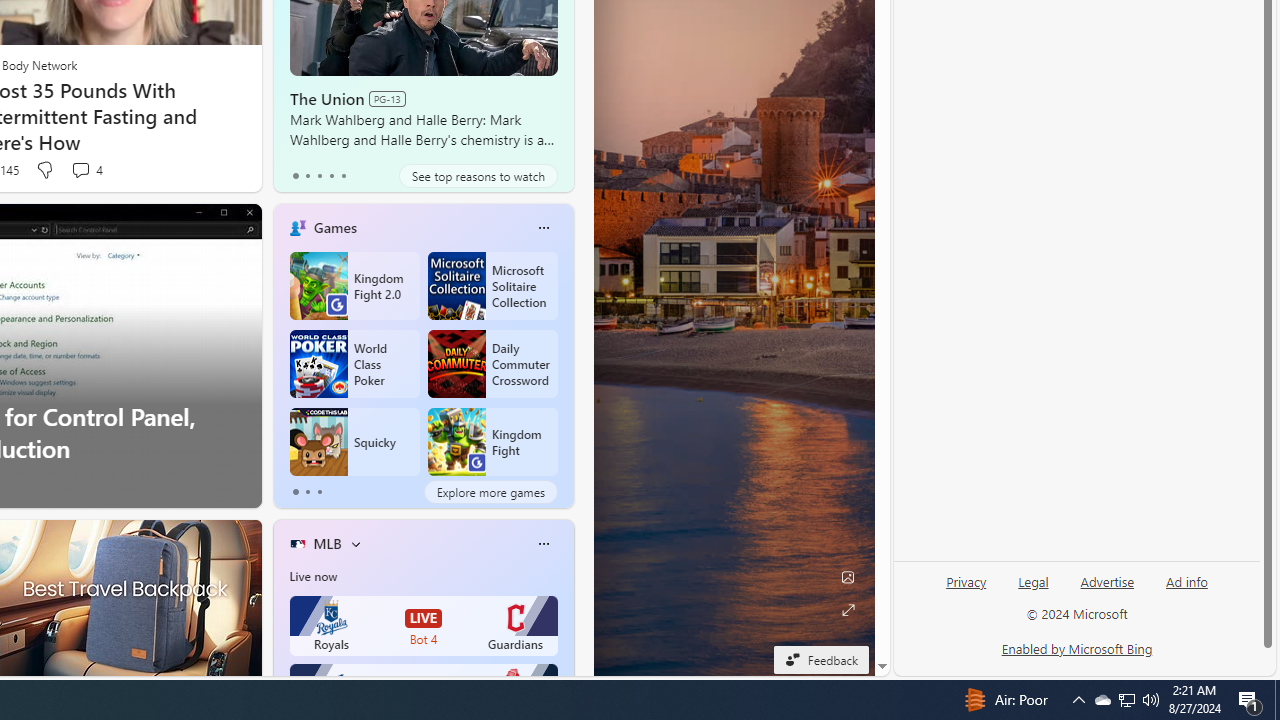 Image resolution: width=1280 pixels, height=720 pixels. Describe the element at coordinates (1187, 582) in the screenshot. I see `'Ad info'` at that location.